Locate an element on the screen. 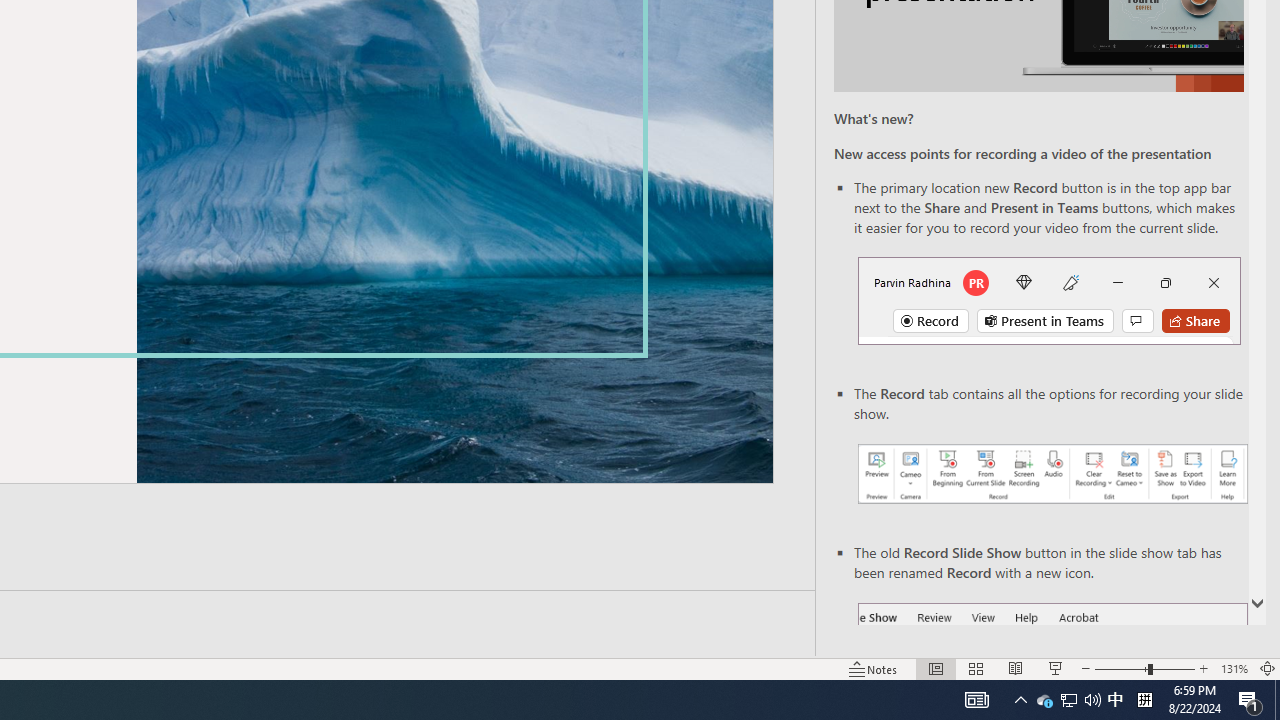 The height and width of the screenshot is (720, 1280). 'Zoom 131%' is located at coordinates (1233, 669).